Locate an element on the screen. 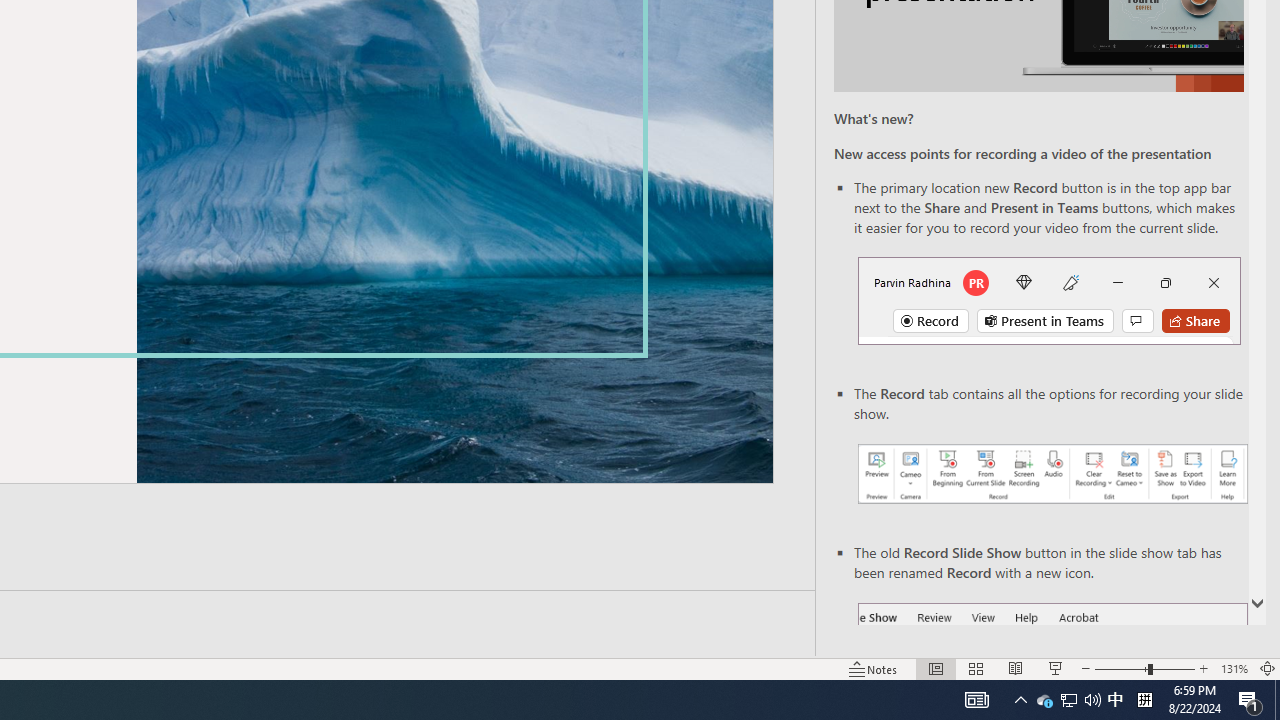 The height and width of the screenshot is (720, 1280). 'Zoom 131%' is located at coordinates (1233, 669).